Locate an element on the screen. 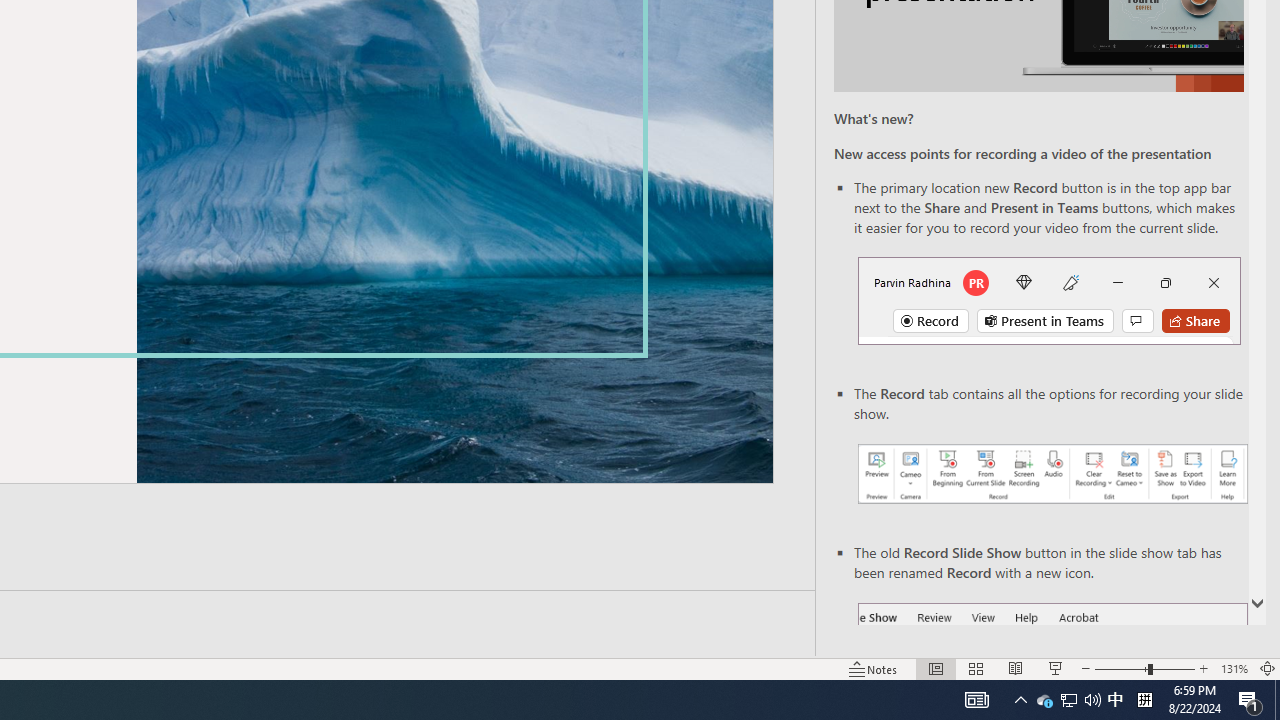 The height and width of the screenshot is (720, 1280). 'Zoom 131%' is located at coordinates (1233, 669).